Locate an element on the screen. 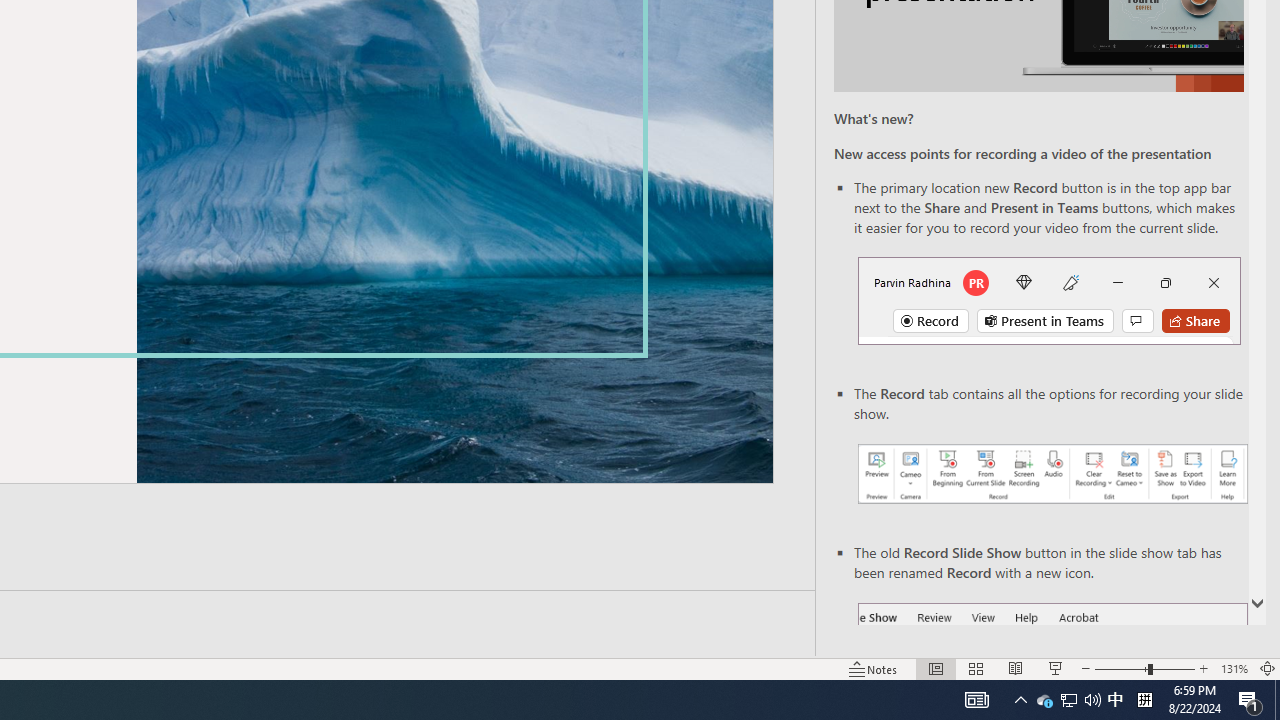 The height and width of the screenshot is (720, 1280). 'Zoom 131%' is located at coordinates (1233, 669).